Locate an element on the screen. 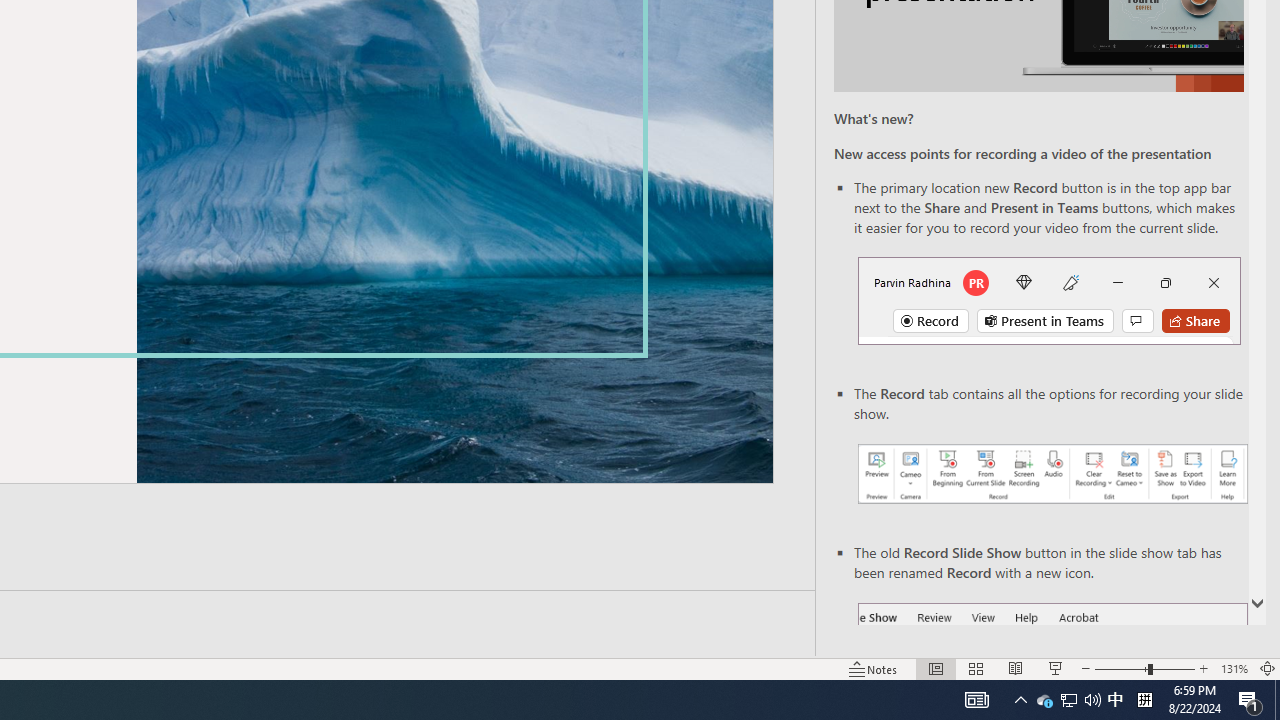 The height and width of the screenshot is (720, 1280). 'Zoom 131%' is located at coordinates (1233, 669).